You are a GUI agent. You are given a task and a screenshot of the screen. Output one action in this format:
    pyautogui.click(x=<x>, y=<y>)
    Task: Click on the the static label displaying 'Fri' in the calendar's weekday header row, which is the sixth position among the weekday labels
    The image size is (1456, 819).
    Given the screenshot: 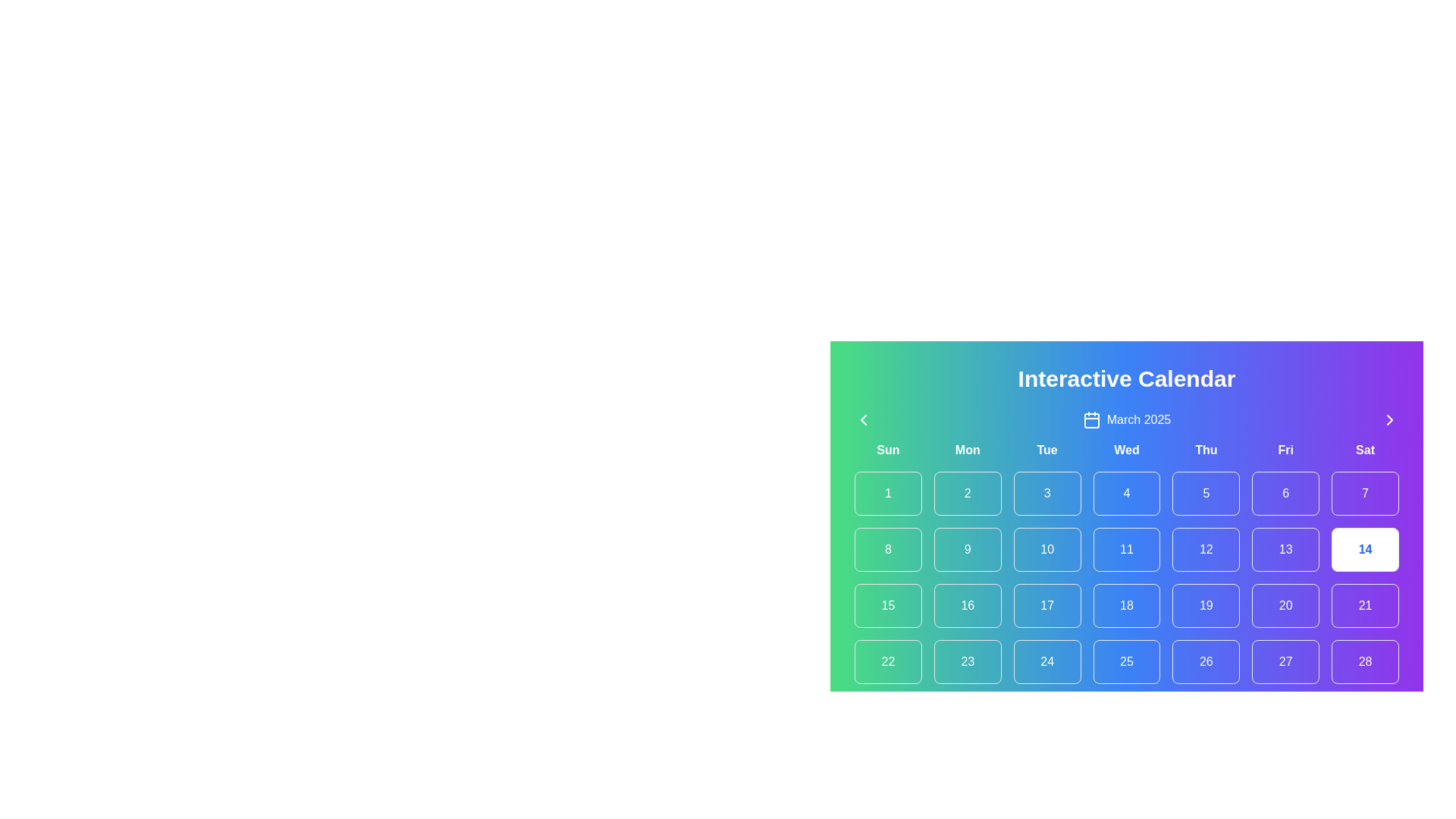 What is the action you would take?
    pyautogui.click(x=1285, y=450)
    